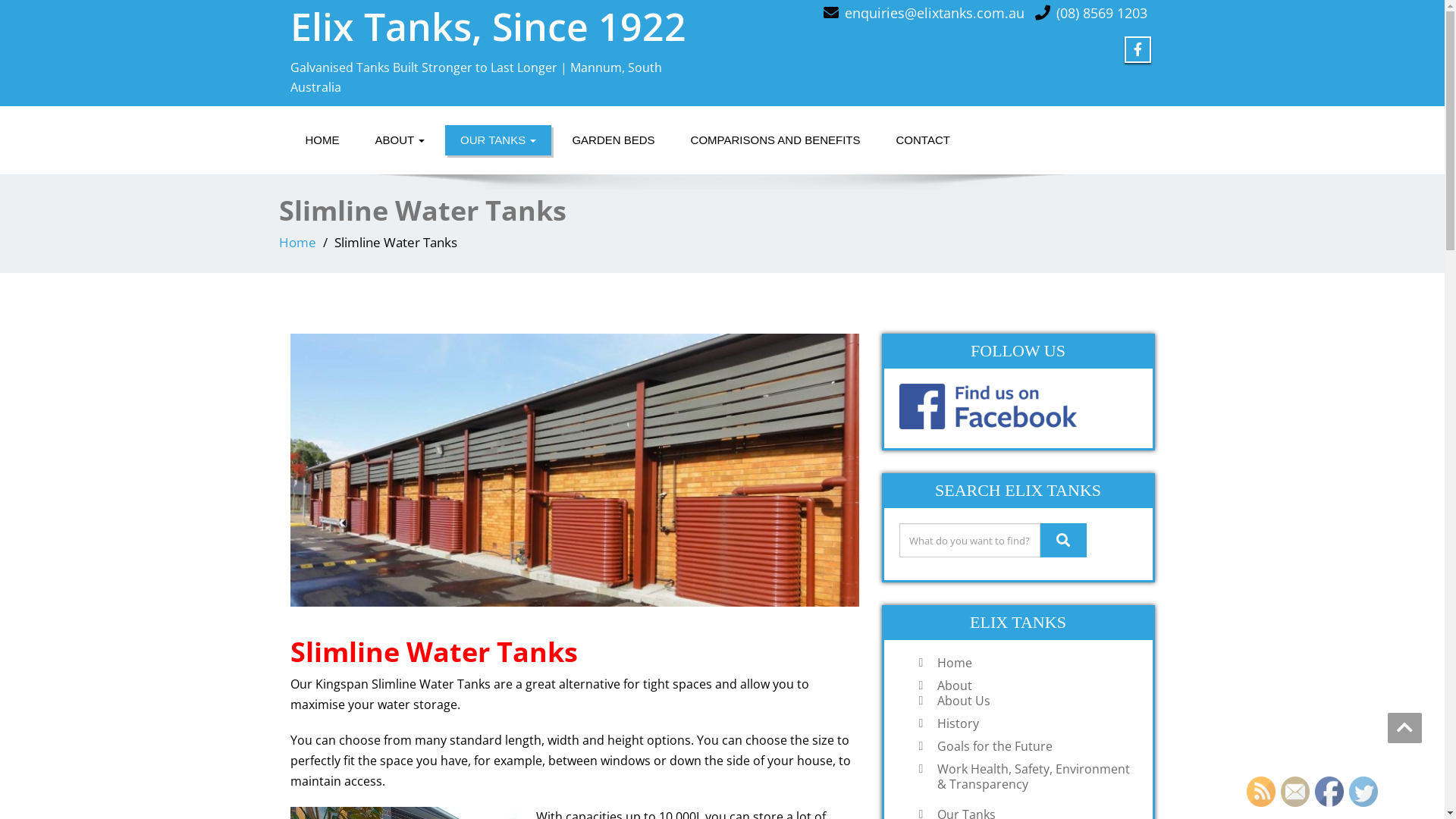 The image size is (1456, 819). I want to click on 'CONTACT', so click(922, 140).